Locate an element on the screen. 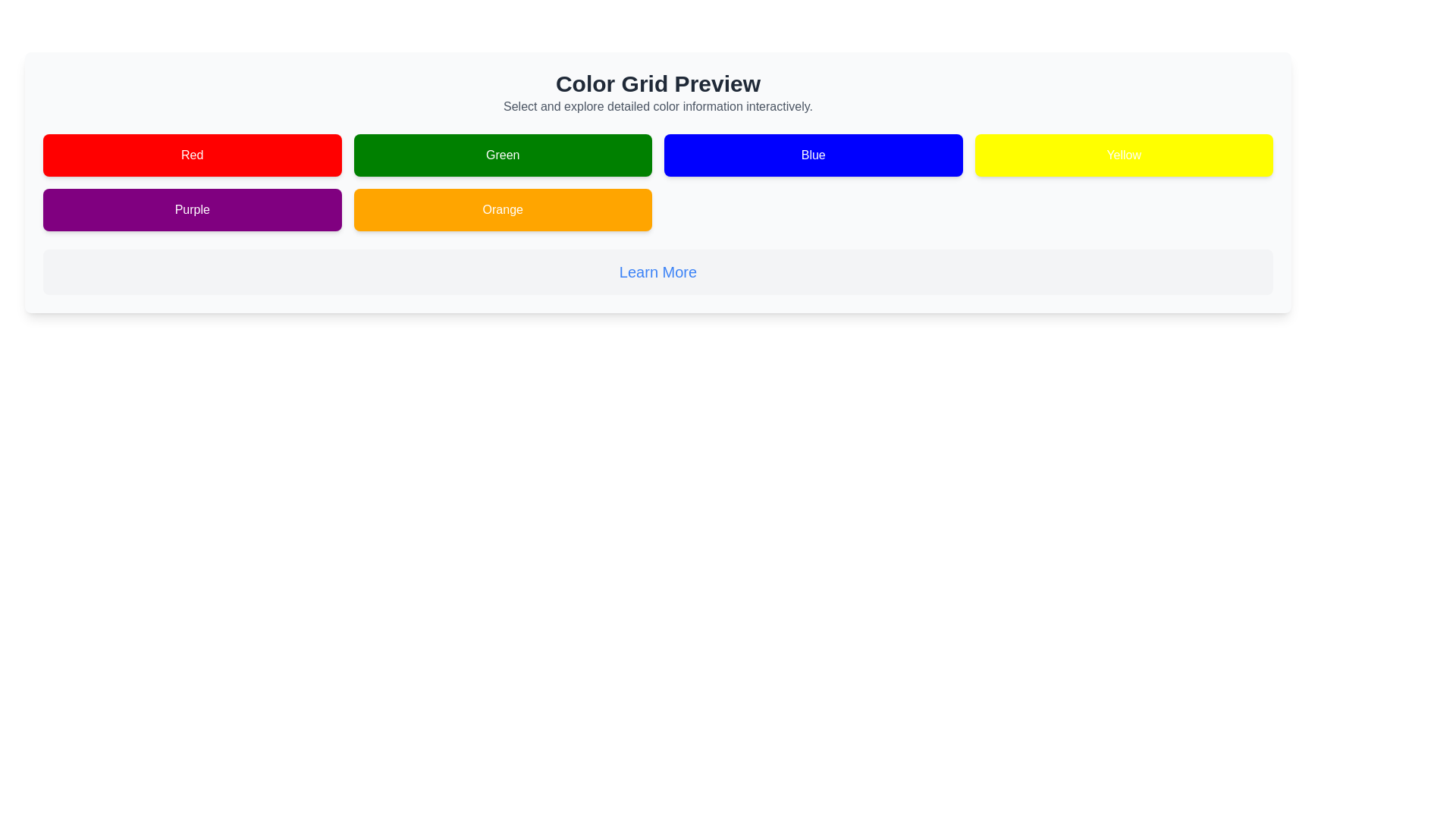  the 'Yellow' button, which is a rectangular button with rounded corners and a vibrant yellow background is located at coordinates (1124, 155).